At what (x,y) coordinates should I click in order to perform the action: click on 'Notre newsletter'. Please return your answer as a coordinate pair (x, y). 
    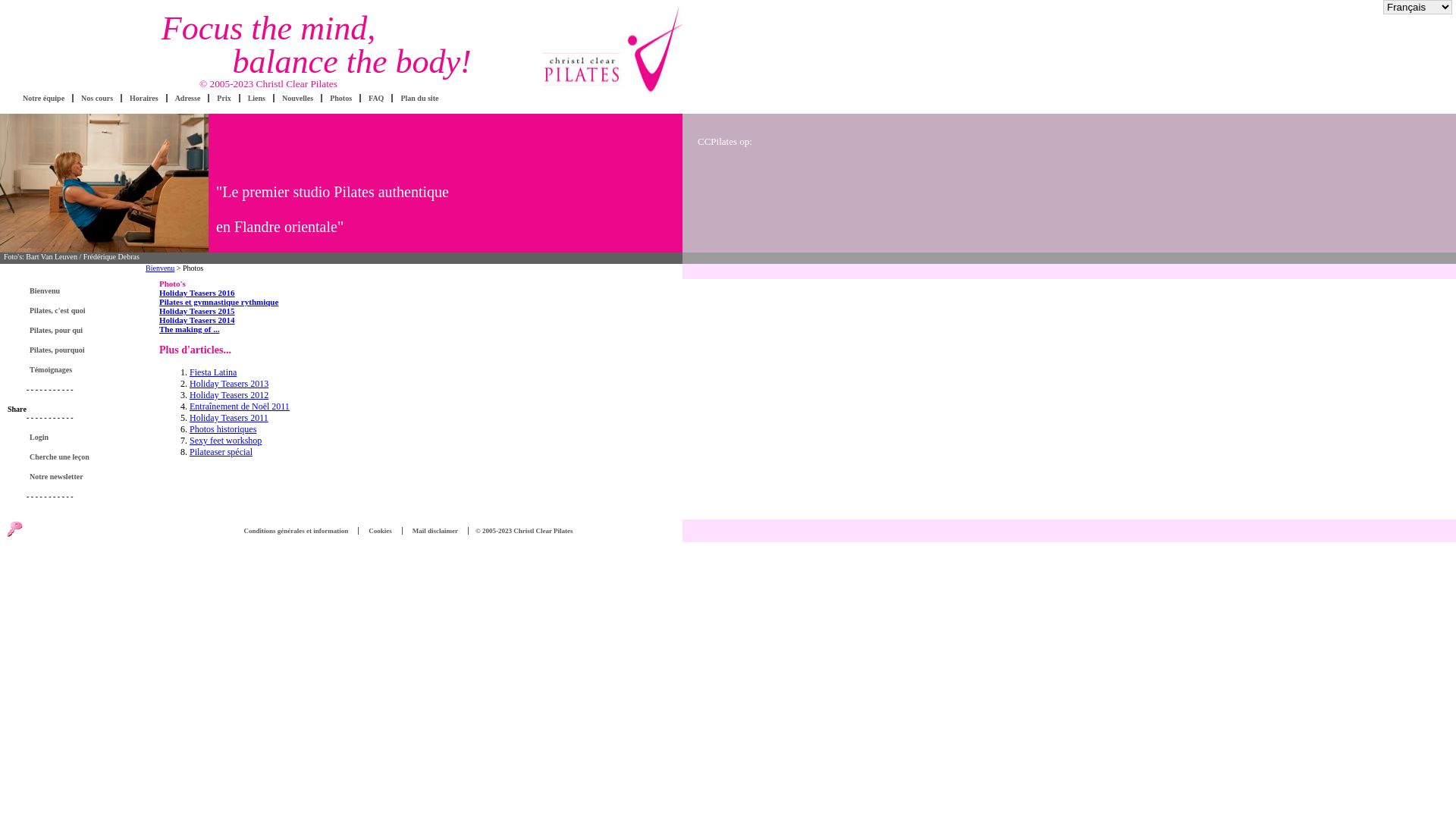
    Looking at the image, I should click on (56, 475).